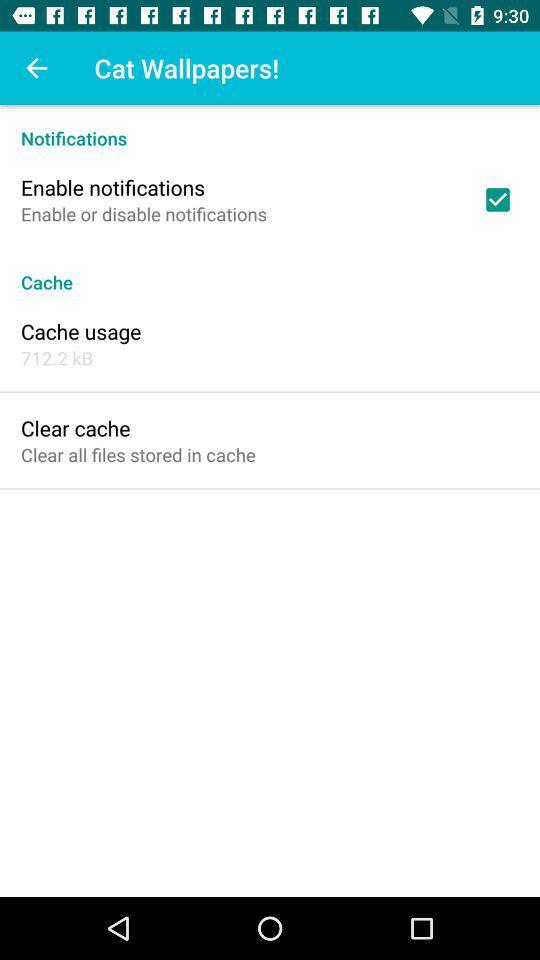 The width and height of the screenshot is (540, 960). I want to click on item at the top right corner, so click(496, 199).